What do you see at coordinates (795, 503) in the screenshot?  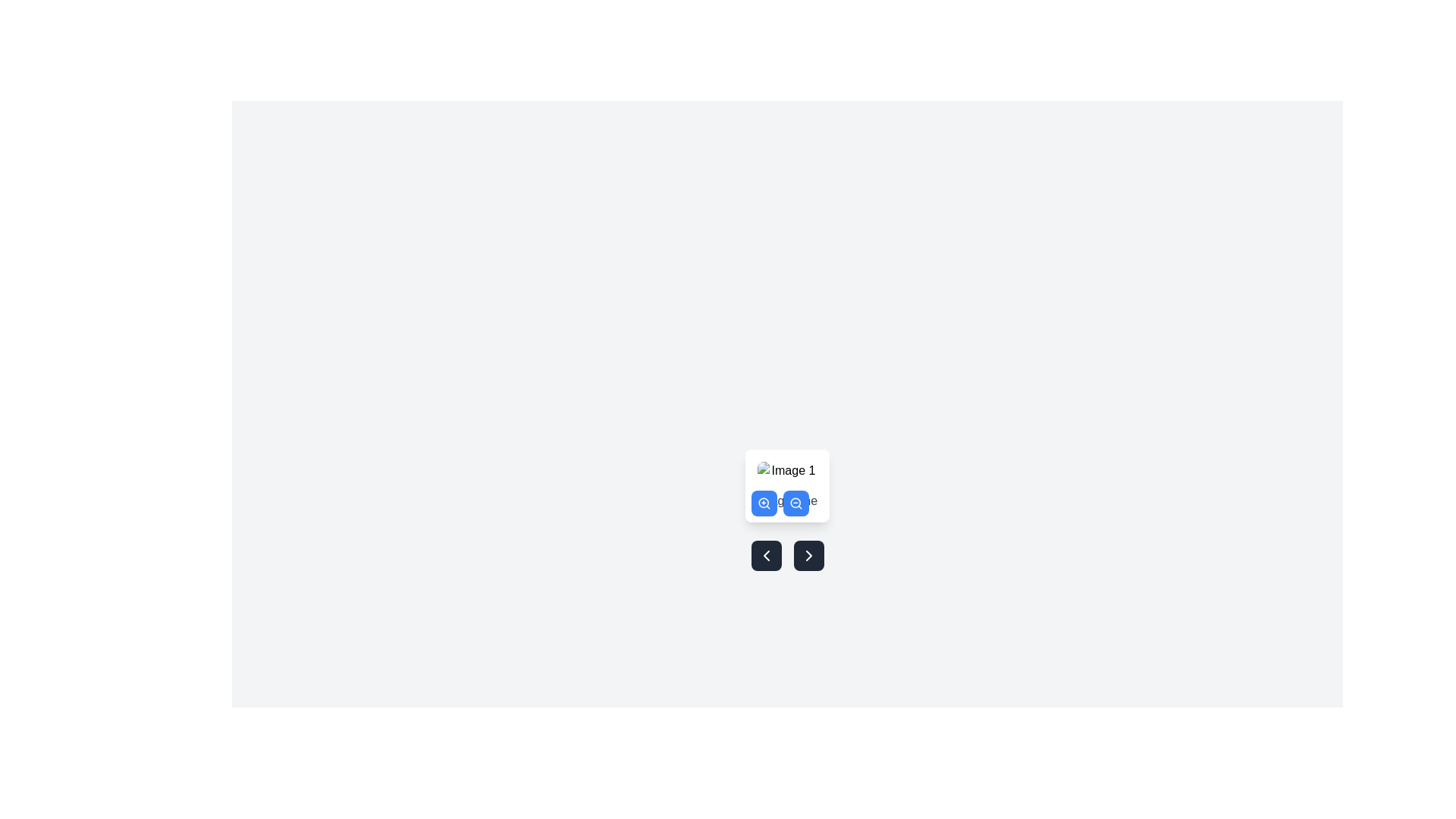 I see `the small, circular blue button with a white magnifying glass icon that represents zoom-out functionality` at bounding box center [795, 503].